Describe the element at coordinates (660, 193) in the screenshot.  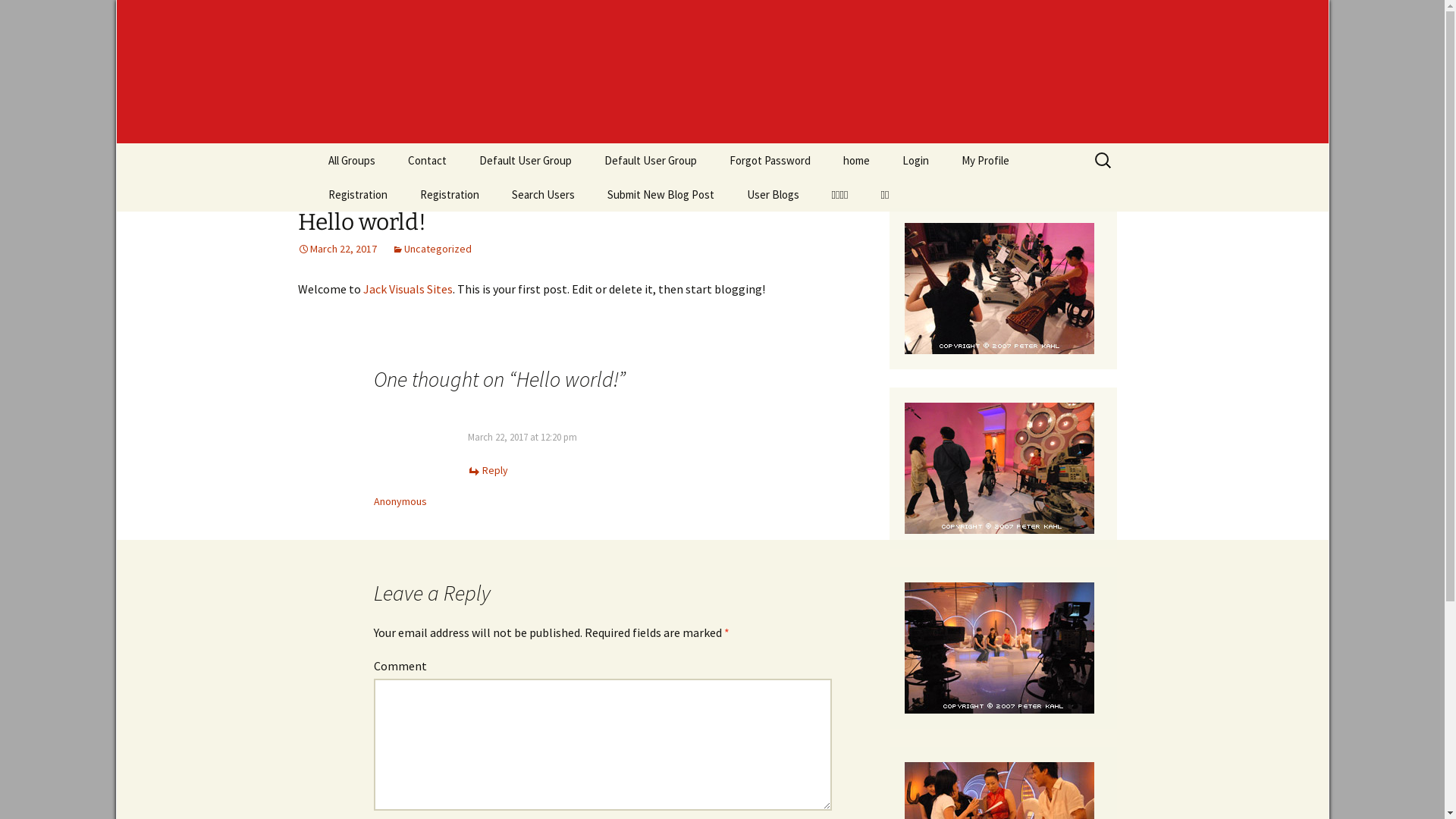
I see `'Submit New Blog Post'` at that location.